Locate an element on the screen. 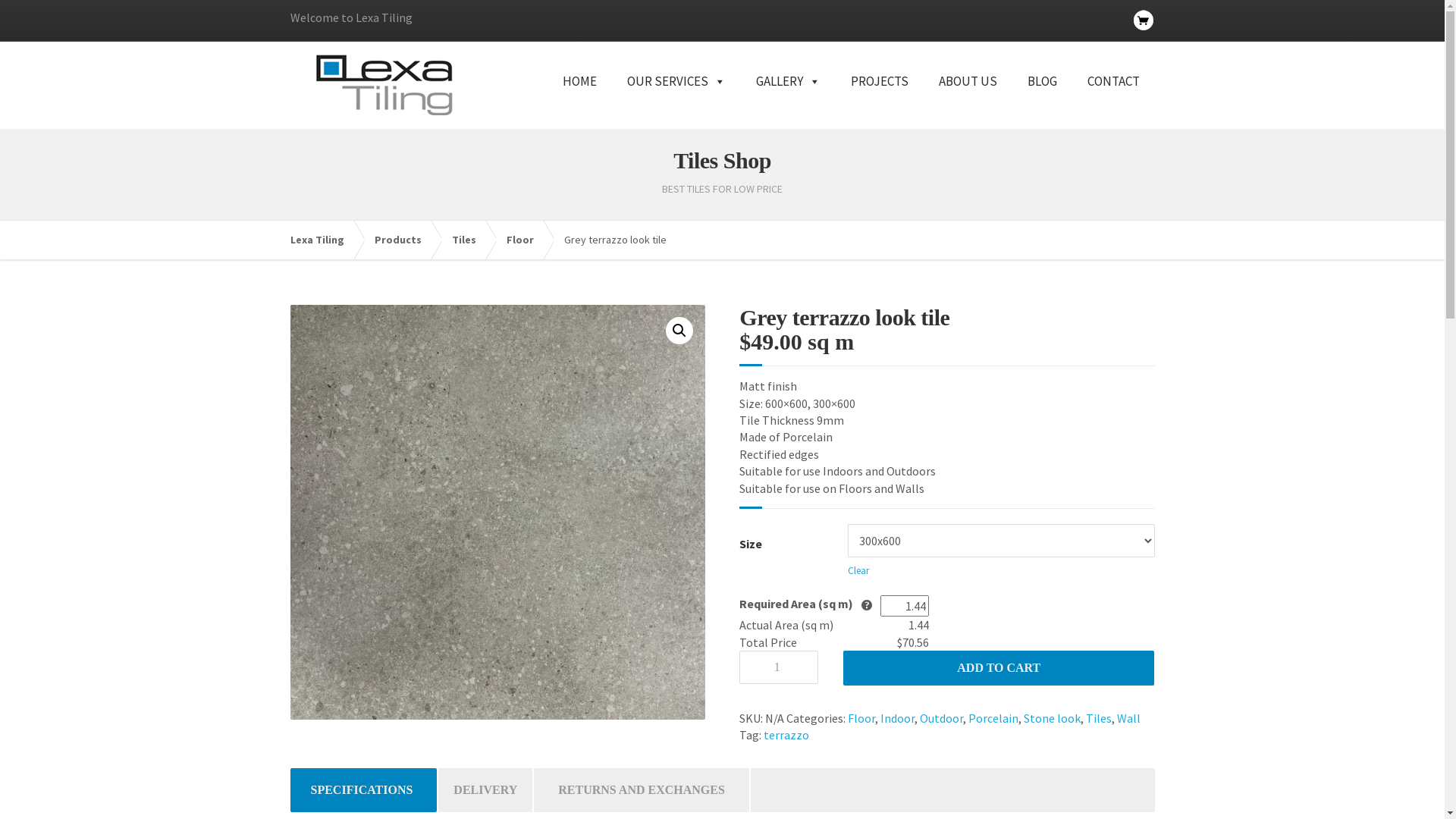 The image size is (1456, 819). 'Porcelain' is located at coordinates (993, 717).